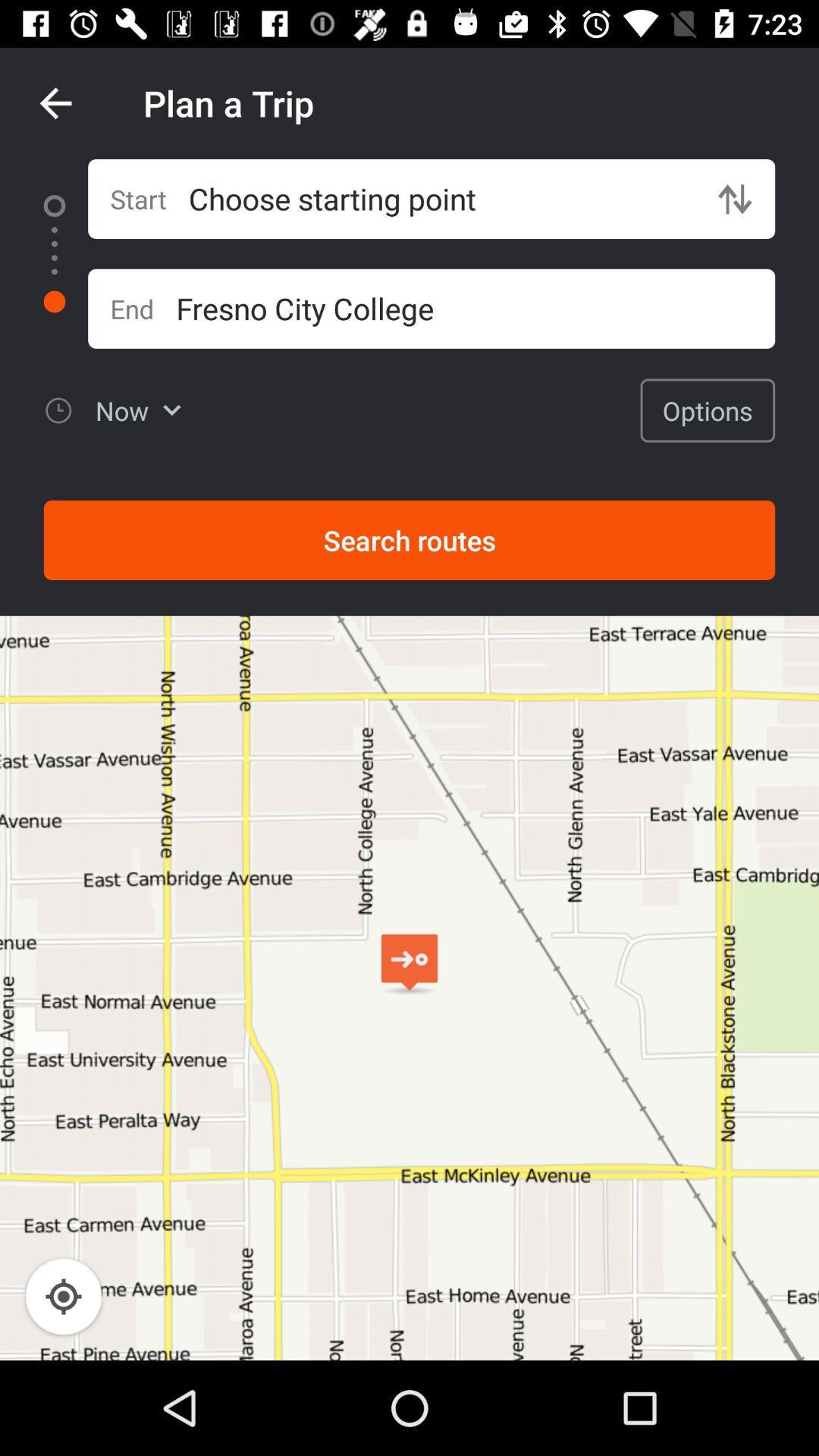 The width and height of the screenshot is (819, 1456). I want to click on the options icon, so click(708, 410).